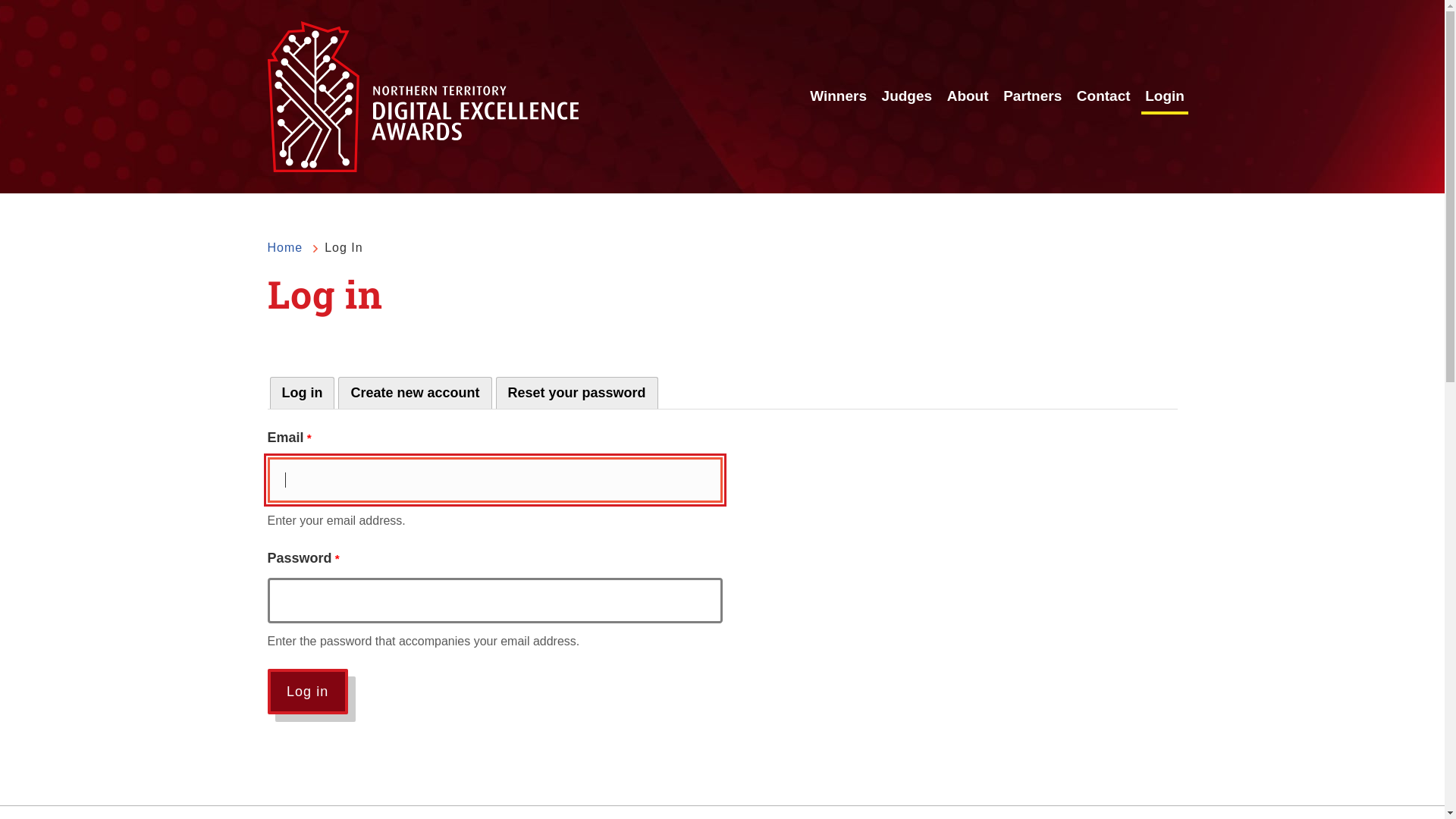 This screenshot has width=1456, height=819. Describe the element at coordinates (907, 96) in the screenshot. I see `'Judges'` at that location.